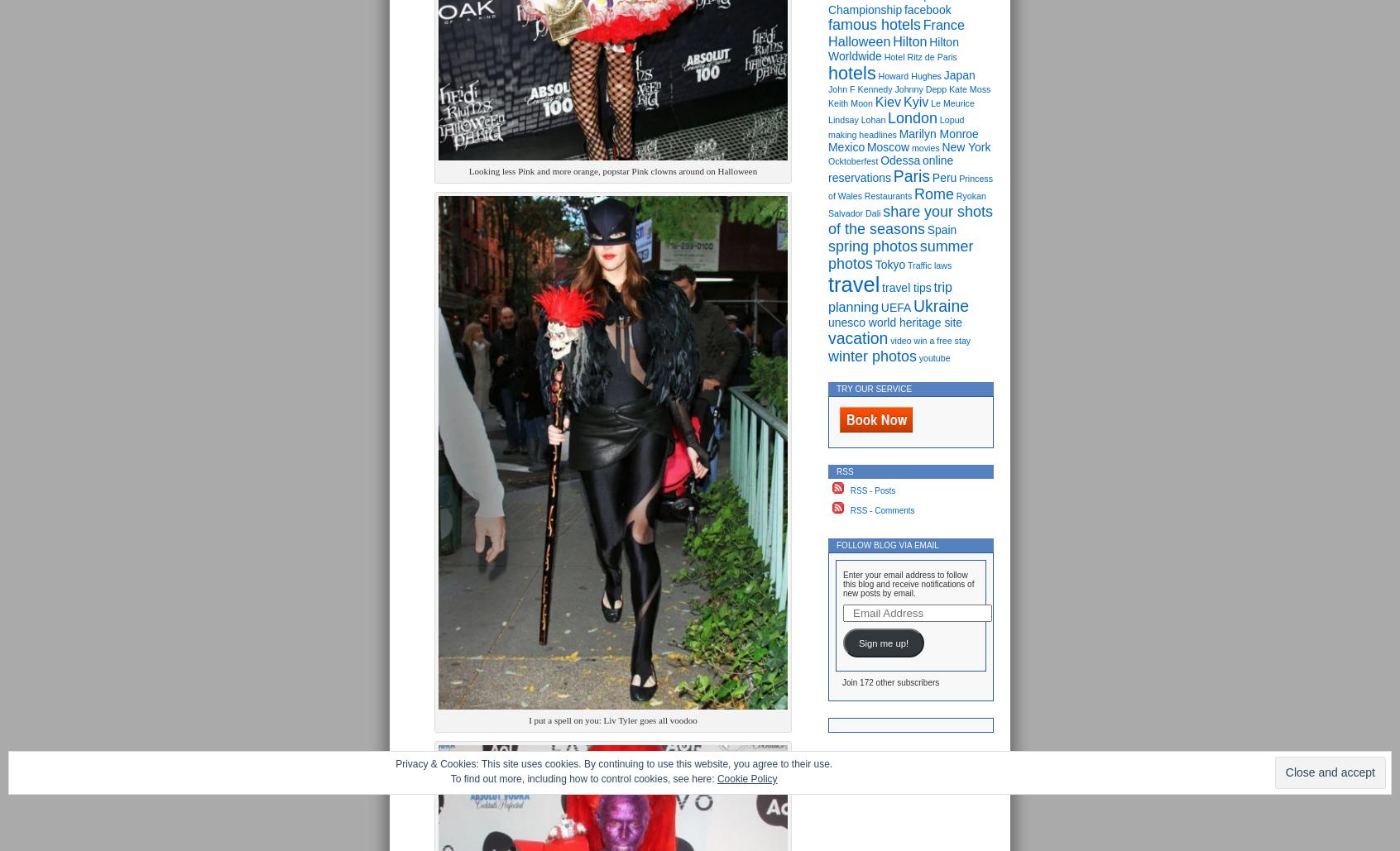  I want to click on 'movies', so click(925, 148).